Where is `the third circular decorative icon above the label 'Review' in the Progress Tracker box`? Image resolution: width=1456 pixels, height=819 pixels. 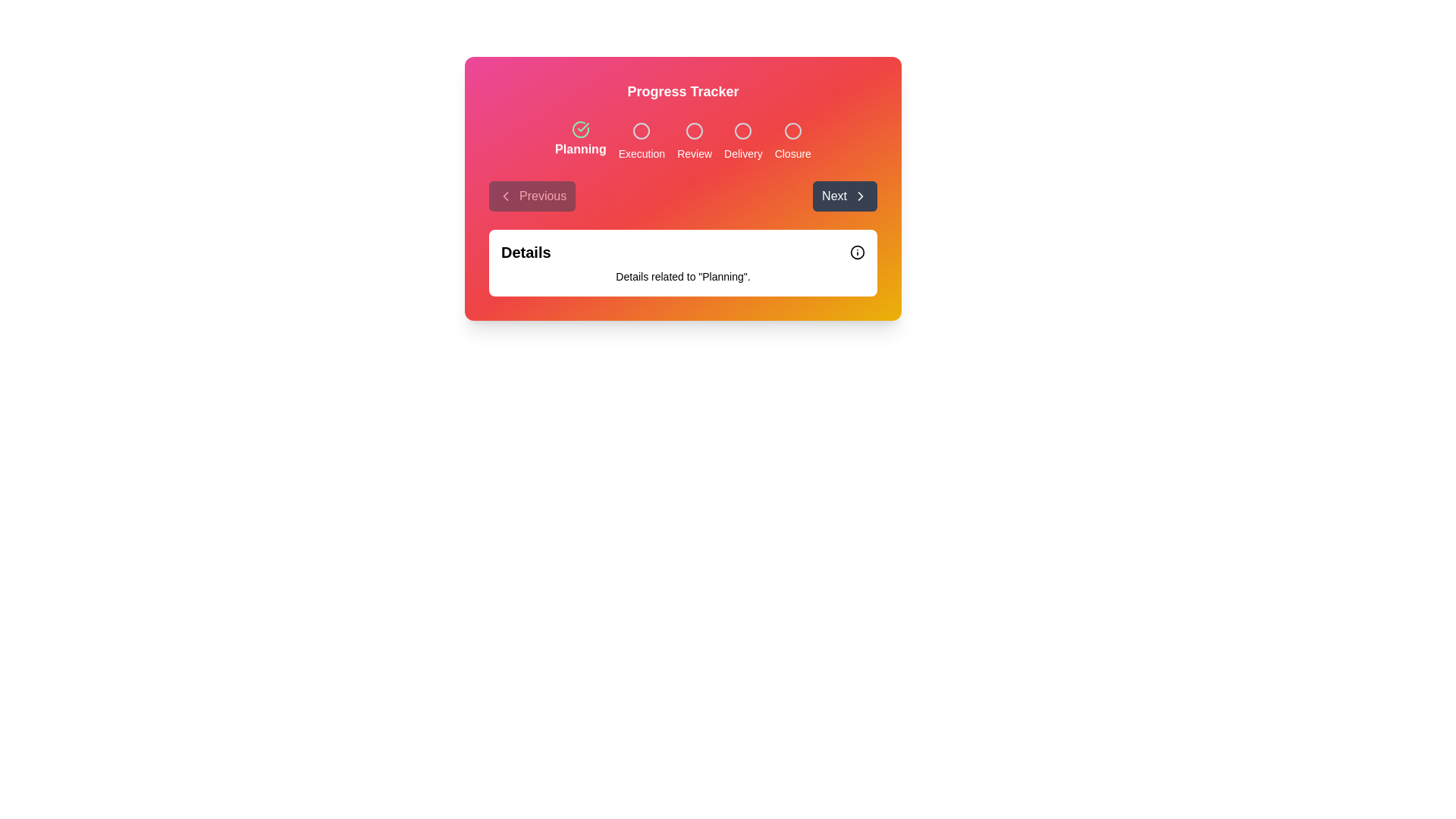 the third circular decorative icon above the label 'Review' in the Progress Tracker box is located at coordinates (694, 130).